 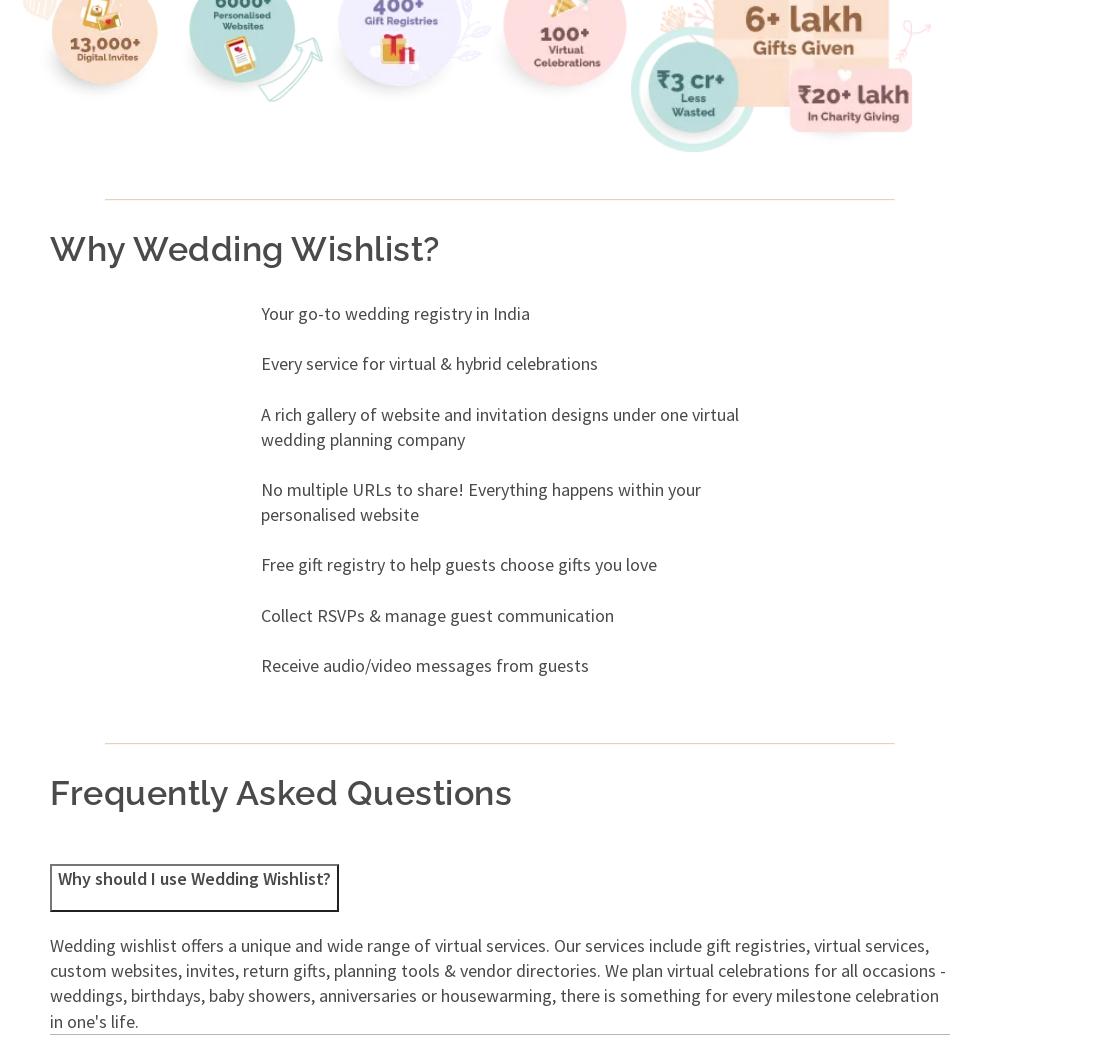 I want to click on 'Receive audio/video messages from guests', so click(x=258, y=664).